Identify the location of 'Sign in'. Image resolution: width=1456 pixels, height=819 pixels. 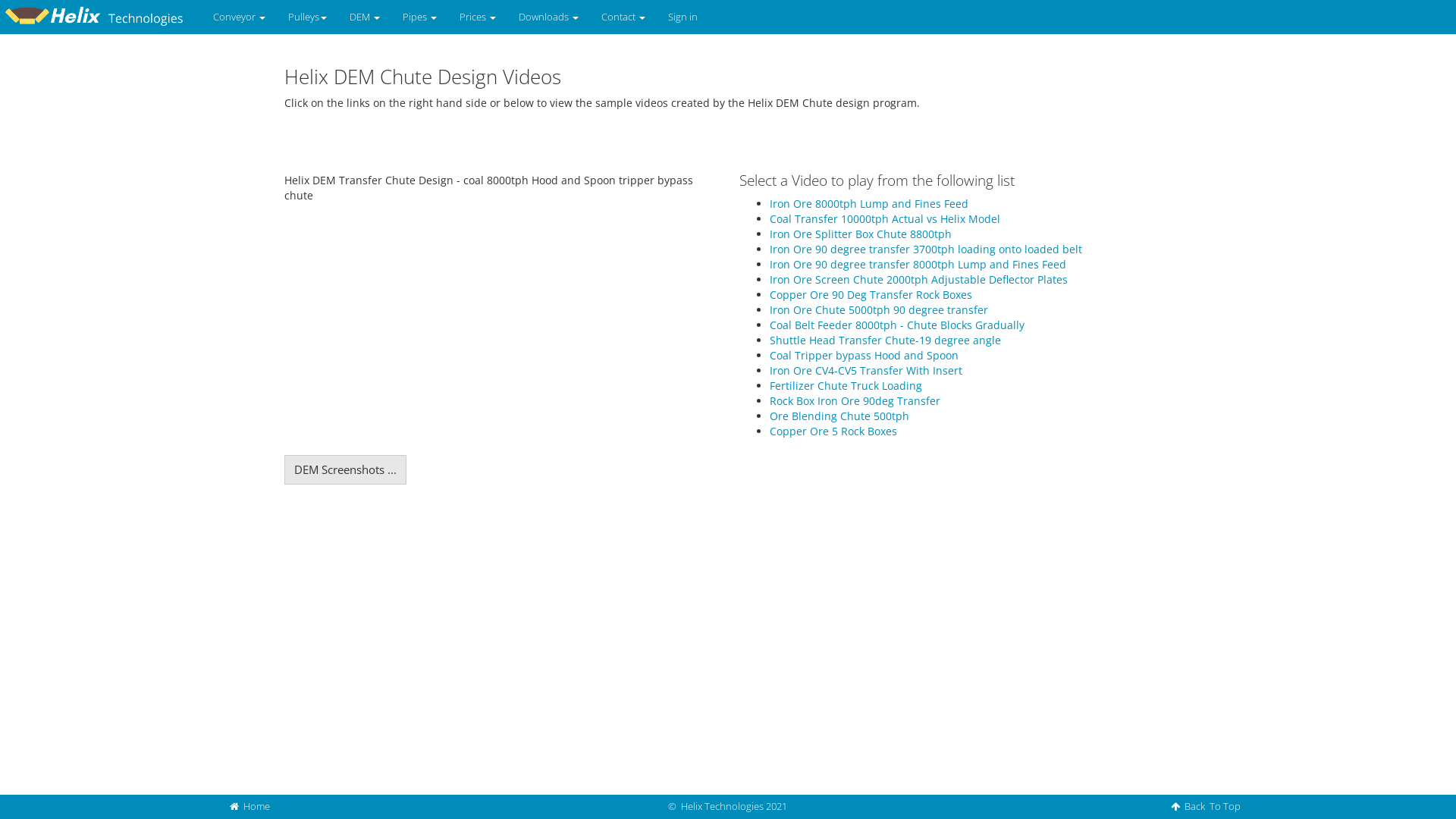
(682, 17).